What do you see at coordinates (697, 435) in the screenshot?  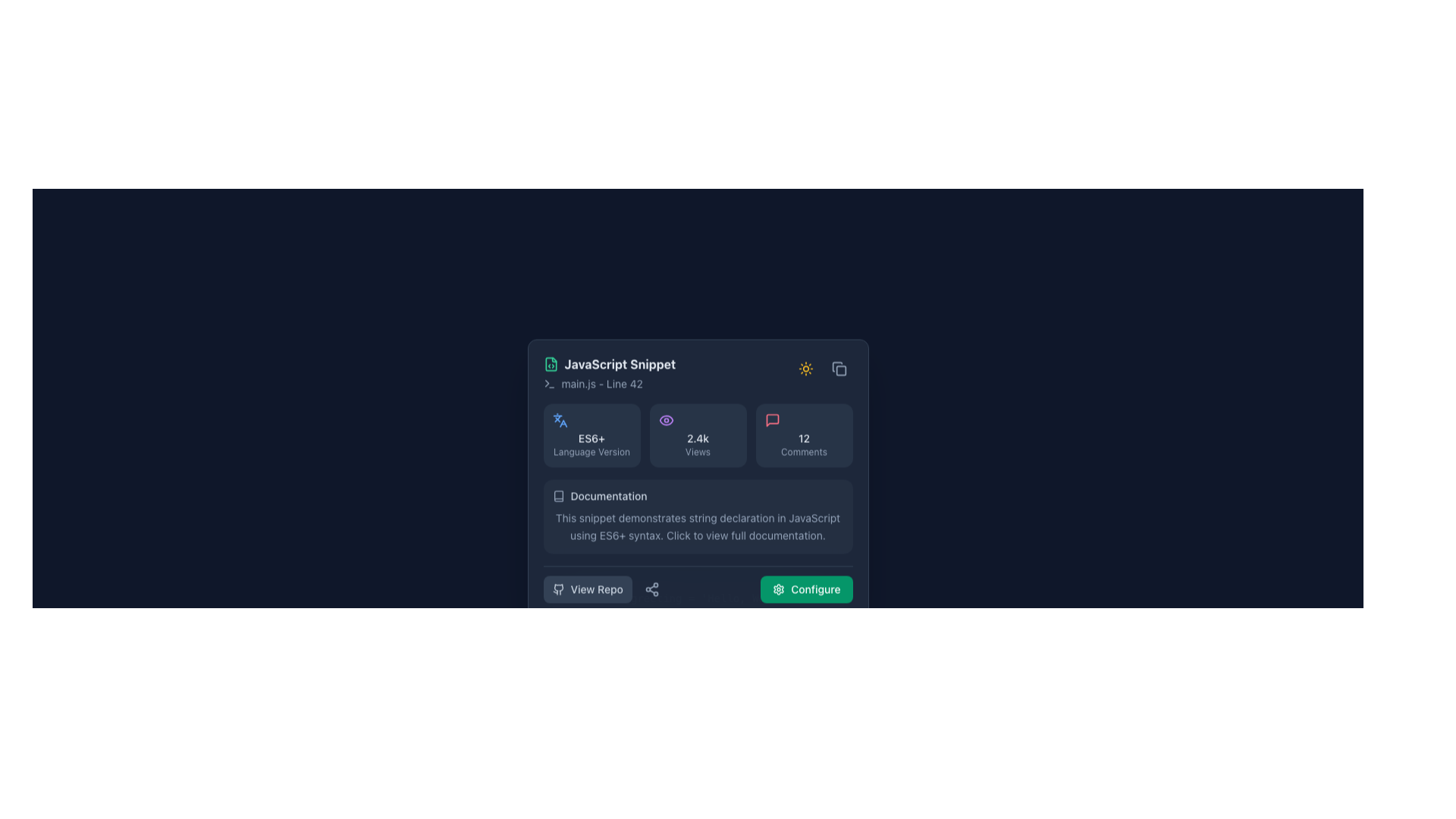 I see `the view count represented by the display card showing '2.4k' views, which is centrally located in the middle column between 'ES6+ Language Version' and '12 Comments'` at bounding box center [697, 435].